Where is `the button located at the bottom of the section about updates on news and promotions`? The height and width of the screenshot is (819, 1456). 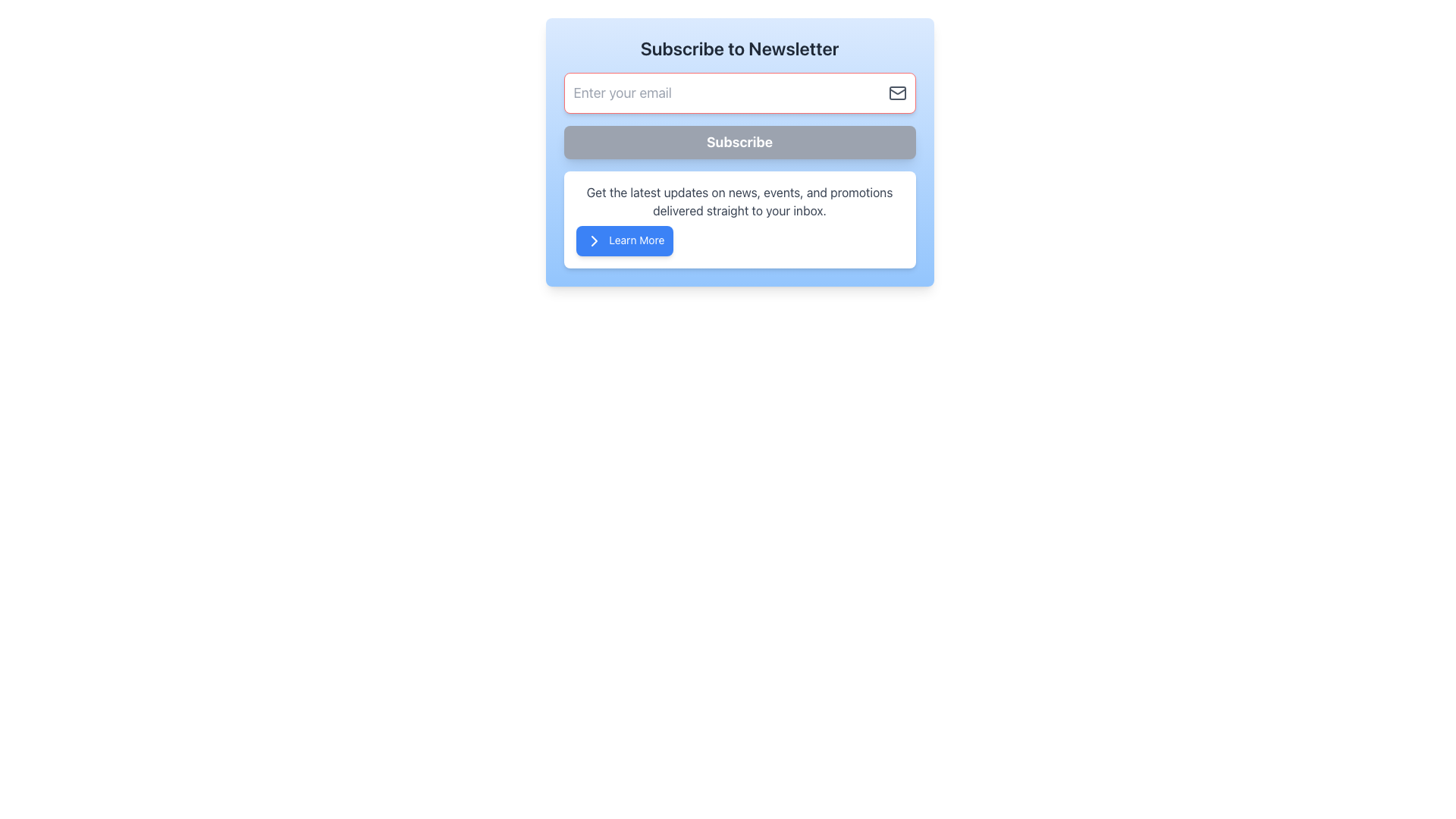
the button located at the bottom of the section about updates on news and promotions is located at coordinates (624, 240).